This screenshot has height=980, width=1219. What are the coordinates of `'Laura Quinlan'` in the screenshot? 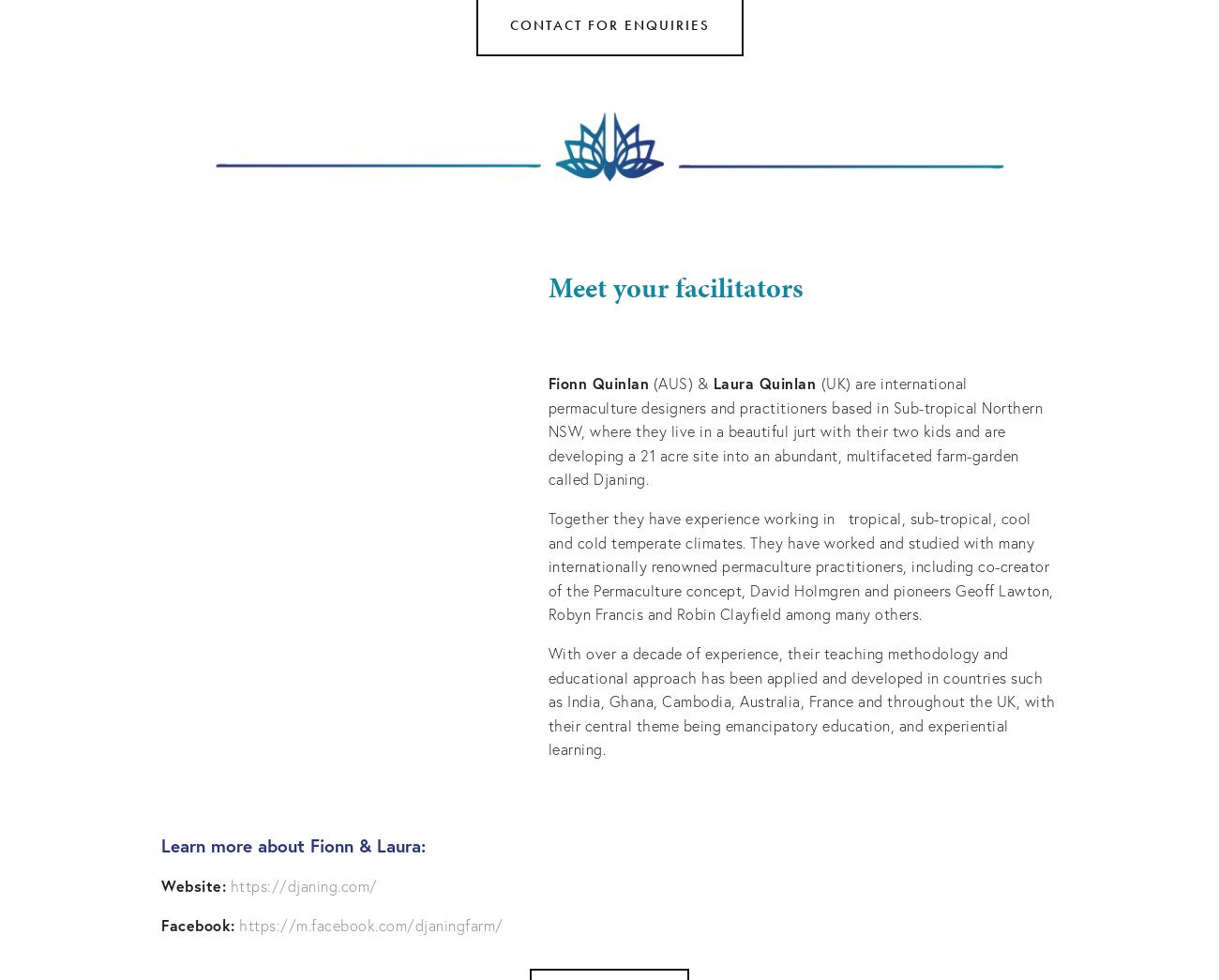 It's located at (763, 383).